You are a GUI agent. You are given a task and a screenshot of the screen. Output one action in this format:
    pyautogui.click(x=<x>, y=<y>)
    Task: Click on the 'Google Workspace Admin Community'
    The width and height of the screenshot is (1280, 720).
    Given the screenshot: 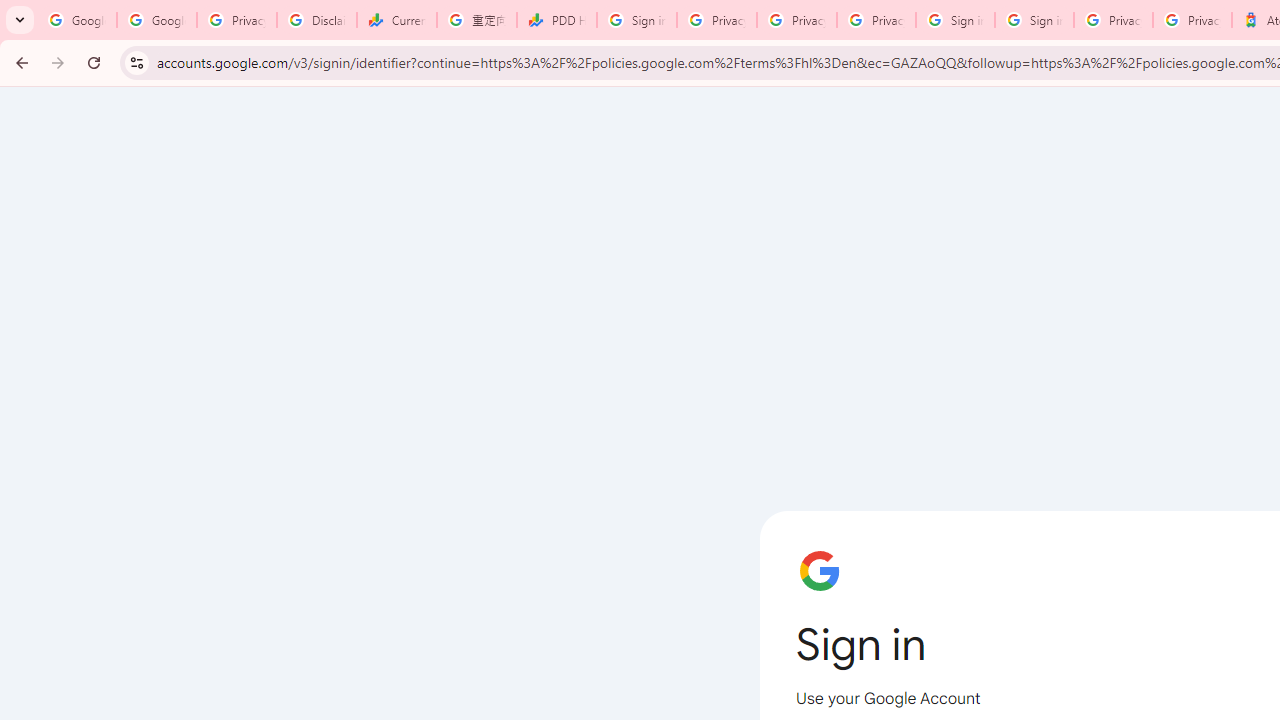 What is the action you would take?
    pyautogui.click(x=76, y=20)
    